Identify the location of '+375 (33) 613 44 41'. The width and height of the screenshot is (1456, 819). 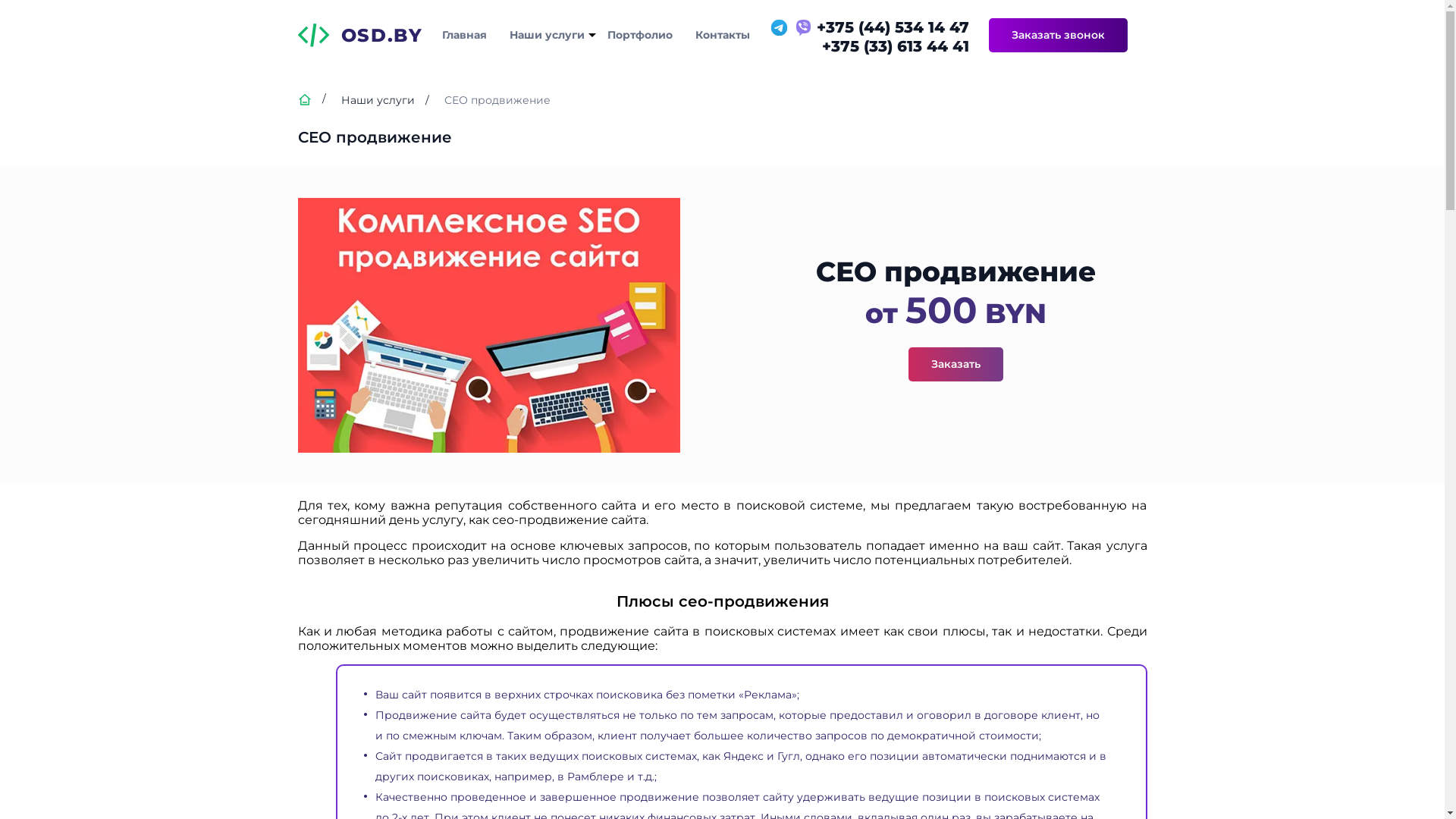
(869, 45).